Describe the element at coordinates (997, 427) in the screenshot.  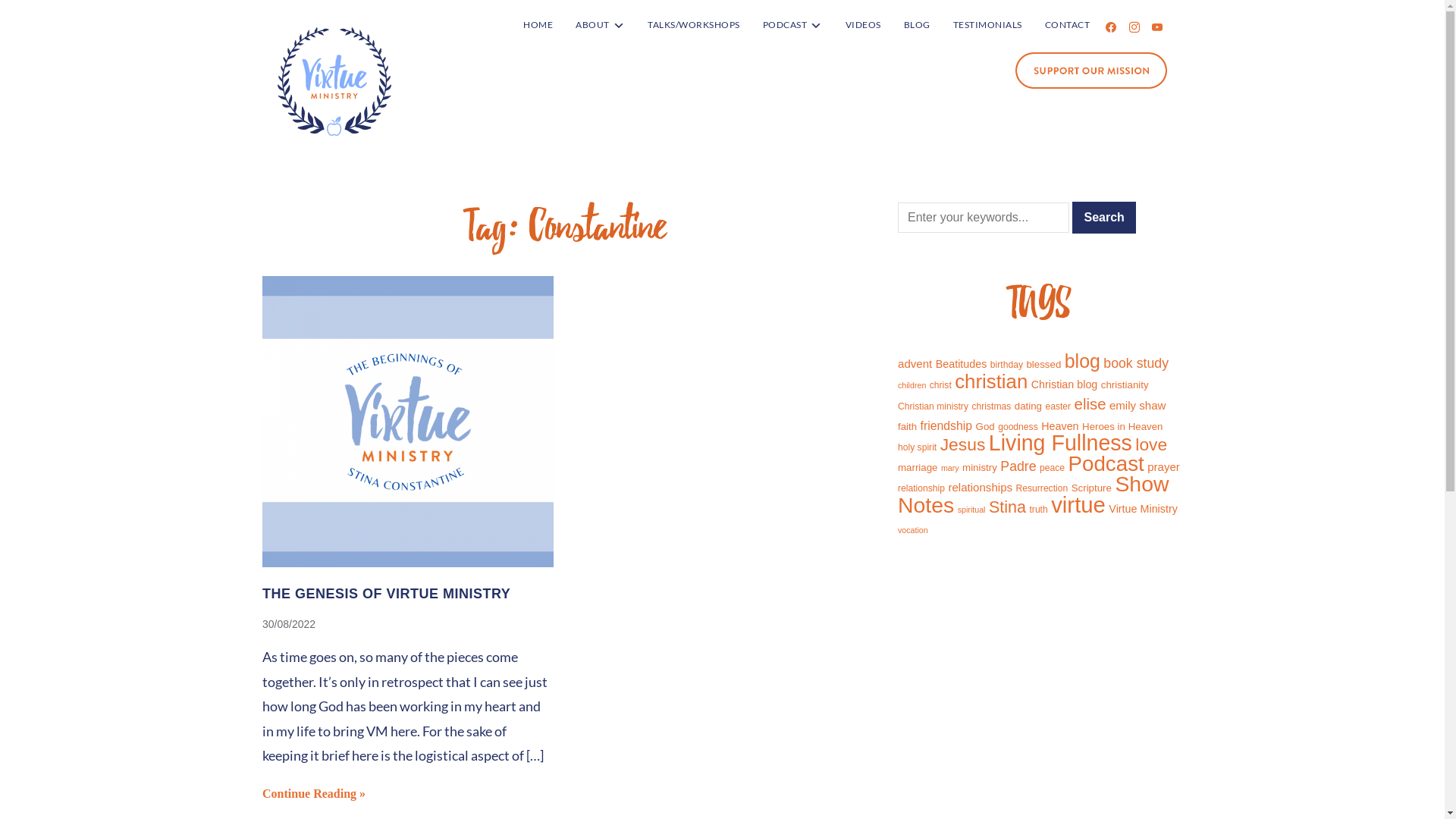
I see `'goodness'` at that location.